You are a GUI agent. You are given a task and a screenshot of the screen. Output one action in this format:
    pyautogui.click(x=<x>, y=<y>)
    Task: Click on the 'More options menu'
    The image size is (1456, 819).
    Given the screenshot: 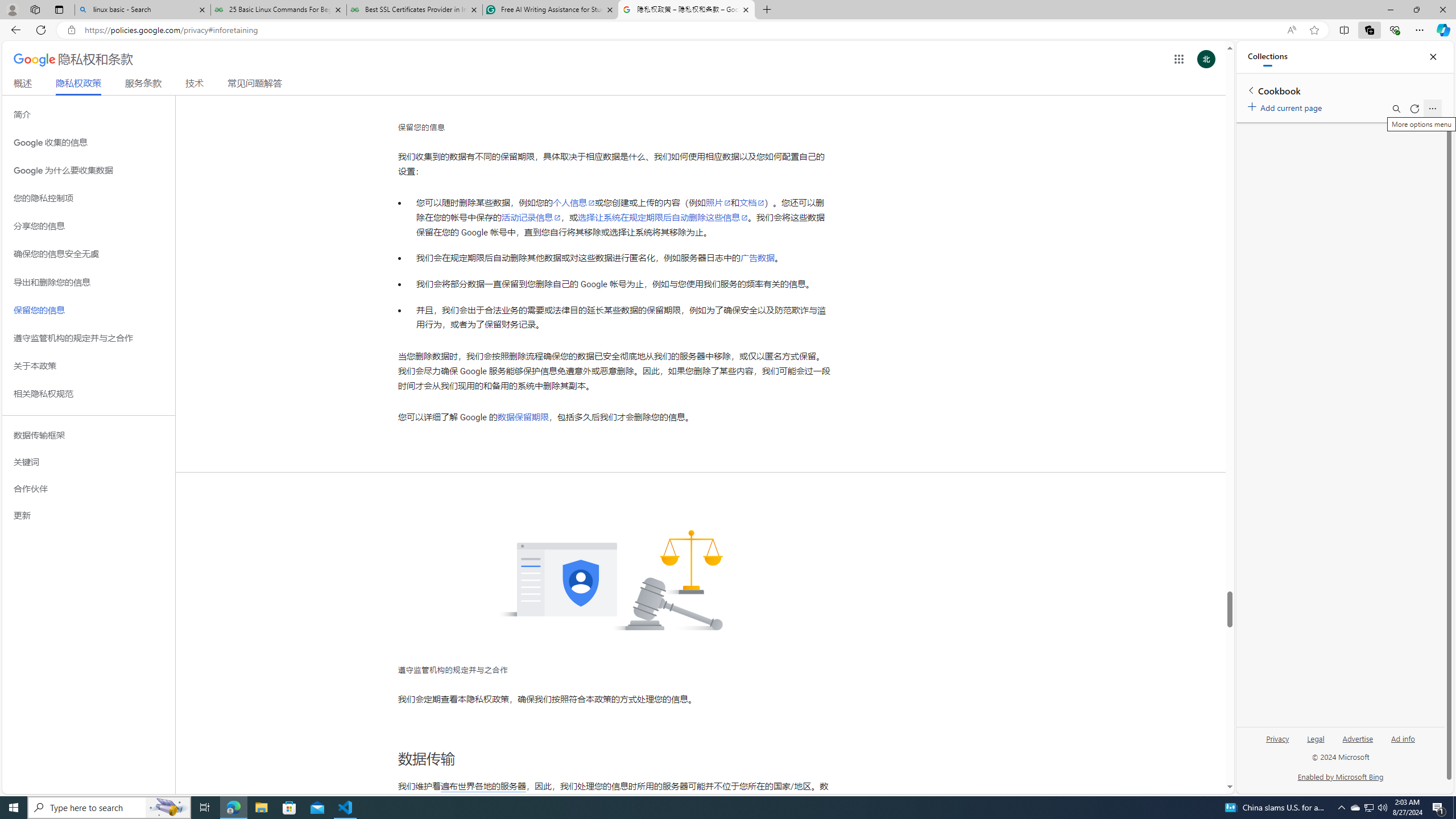 What is the action you would take?
    pyautogui.click(x=1433, y=109)
    